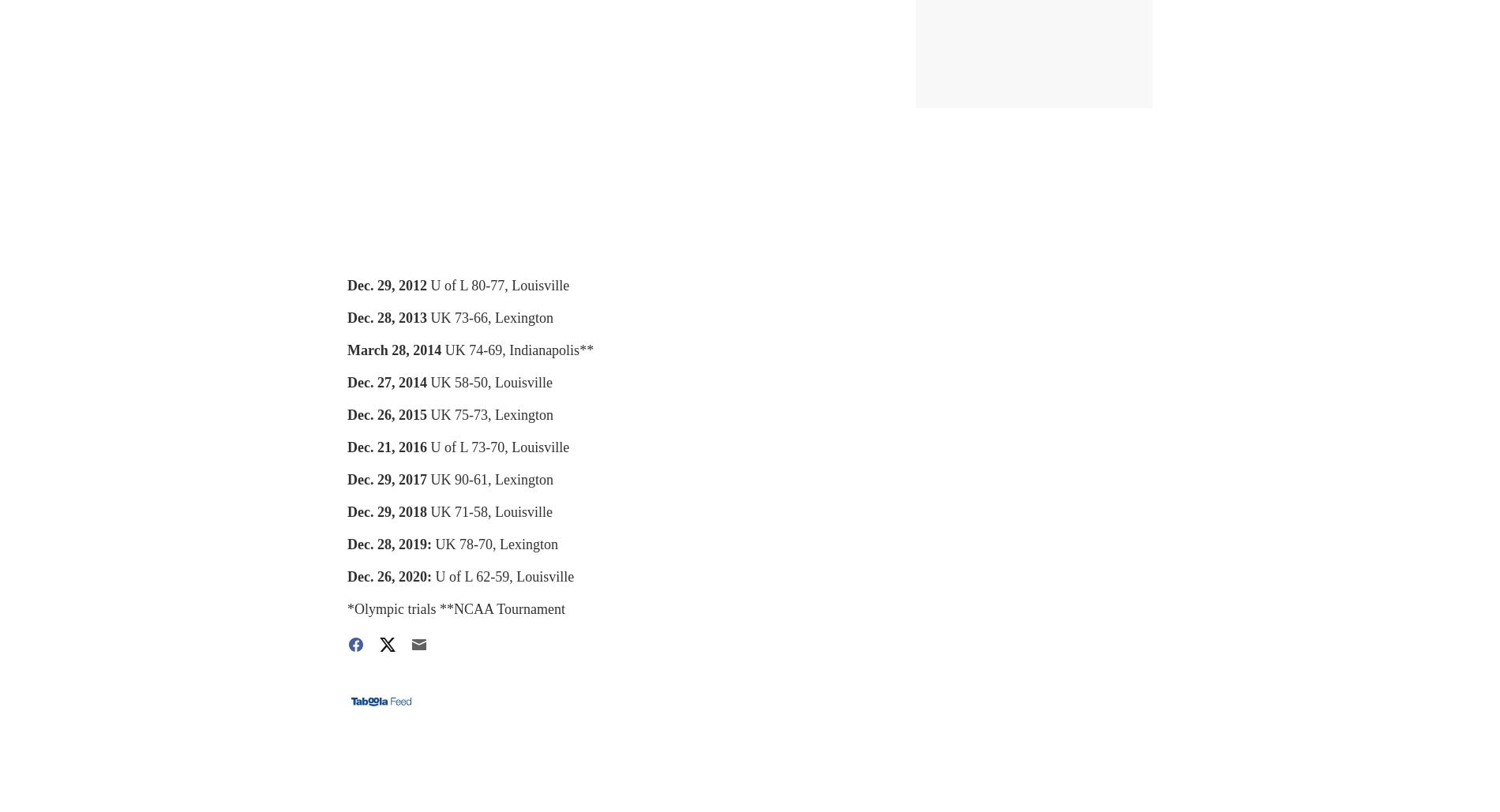 This screenshot has width=1500, height=812. Describe the element at coordinates (347, 382) in the screenshot. I see `'Dec. 27, 2014'` at that location.